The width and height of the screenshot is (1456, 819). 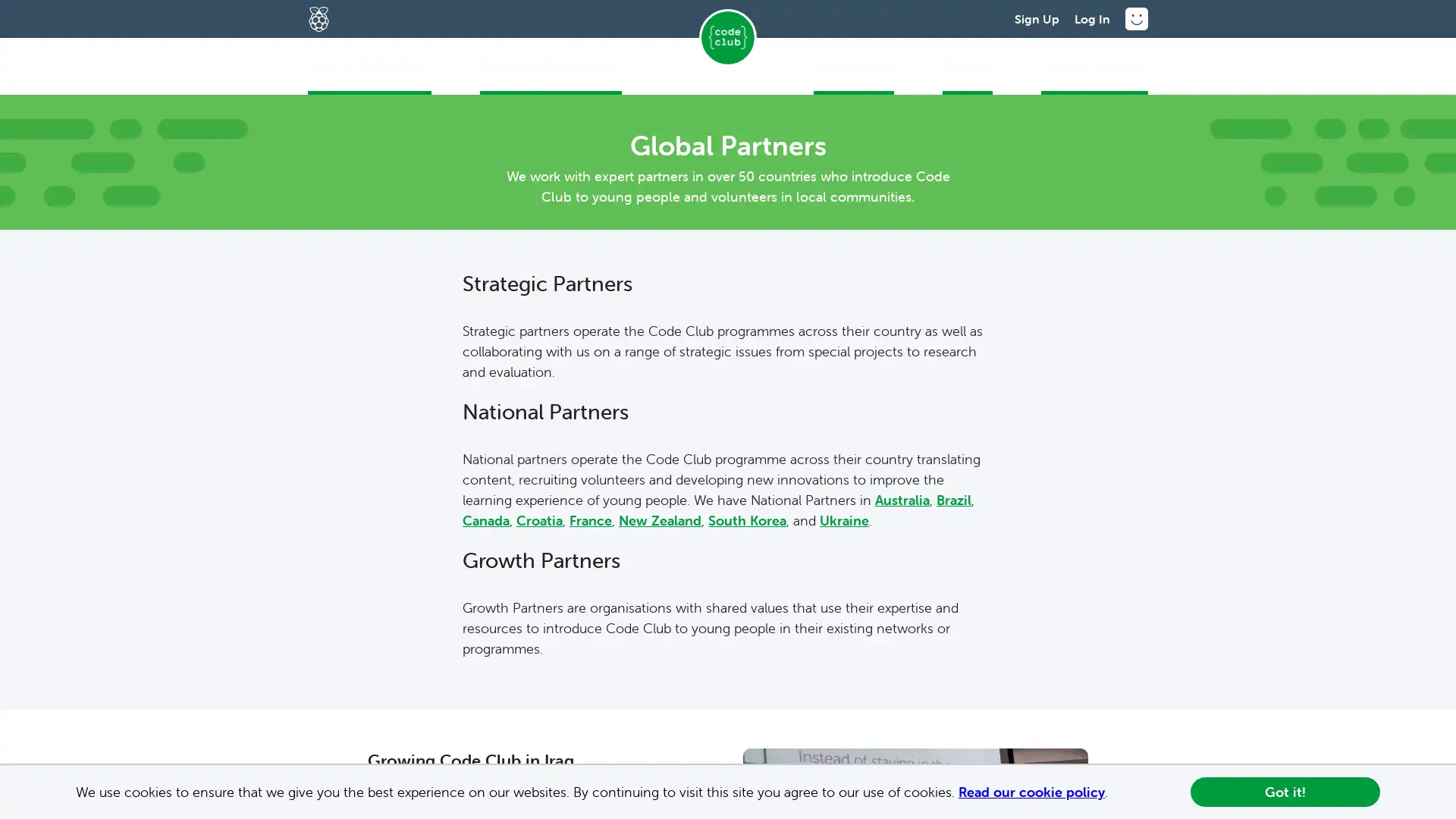 I want to click on learn more about cookies, so click(x=1114, y=792).